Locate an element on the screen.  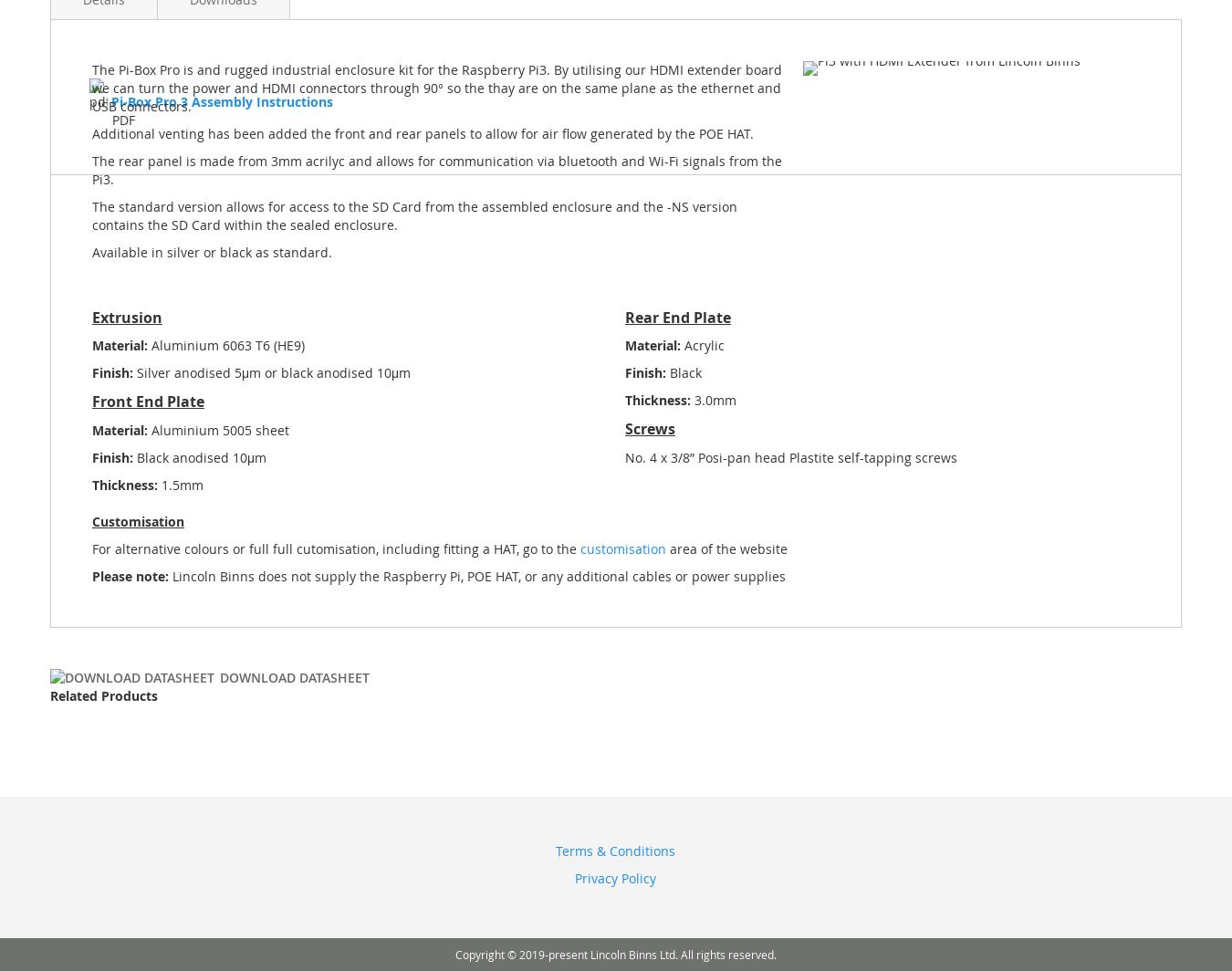
'Lincoln Binns does not supply the Raspberry Pi, POE HAT, or any additional cables or power supplies' is located at coordinates (475, 576).